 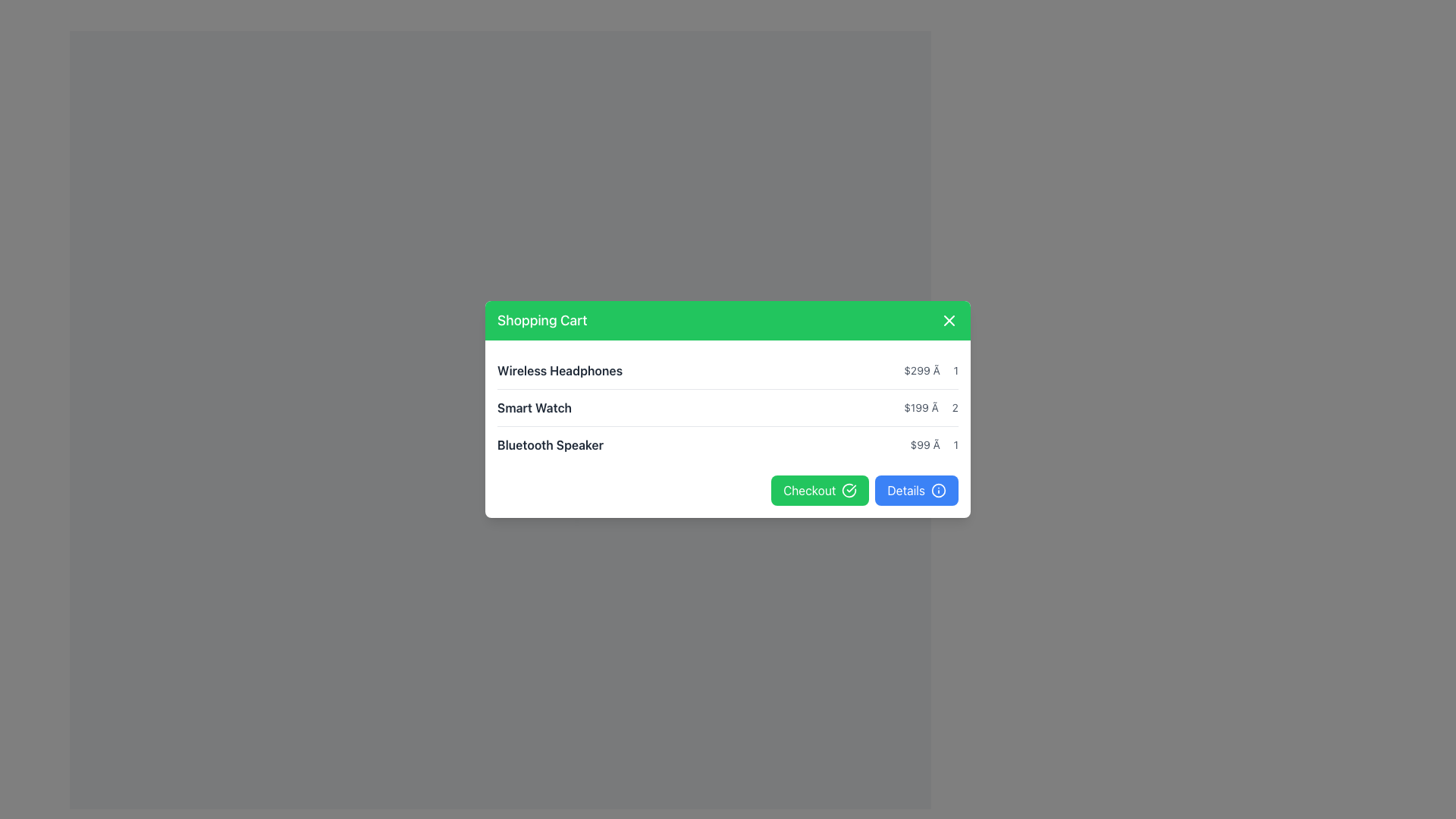 I want to click on the right-aligned pricing and quantity text for the 'Bluetooth Speaker' item, so click(x=934, y=444).